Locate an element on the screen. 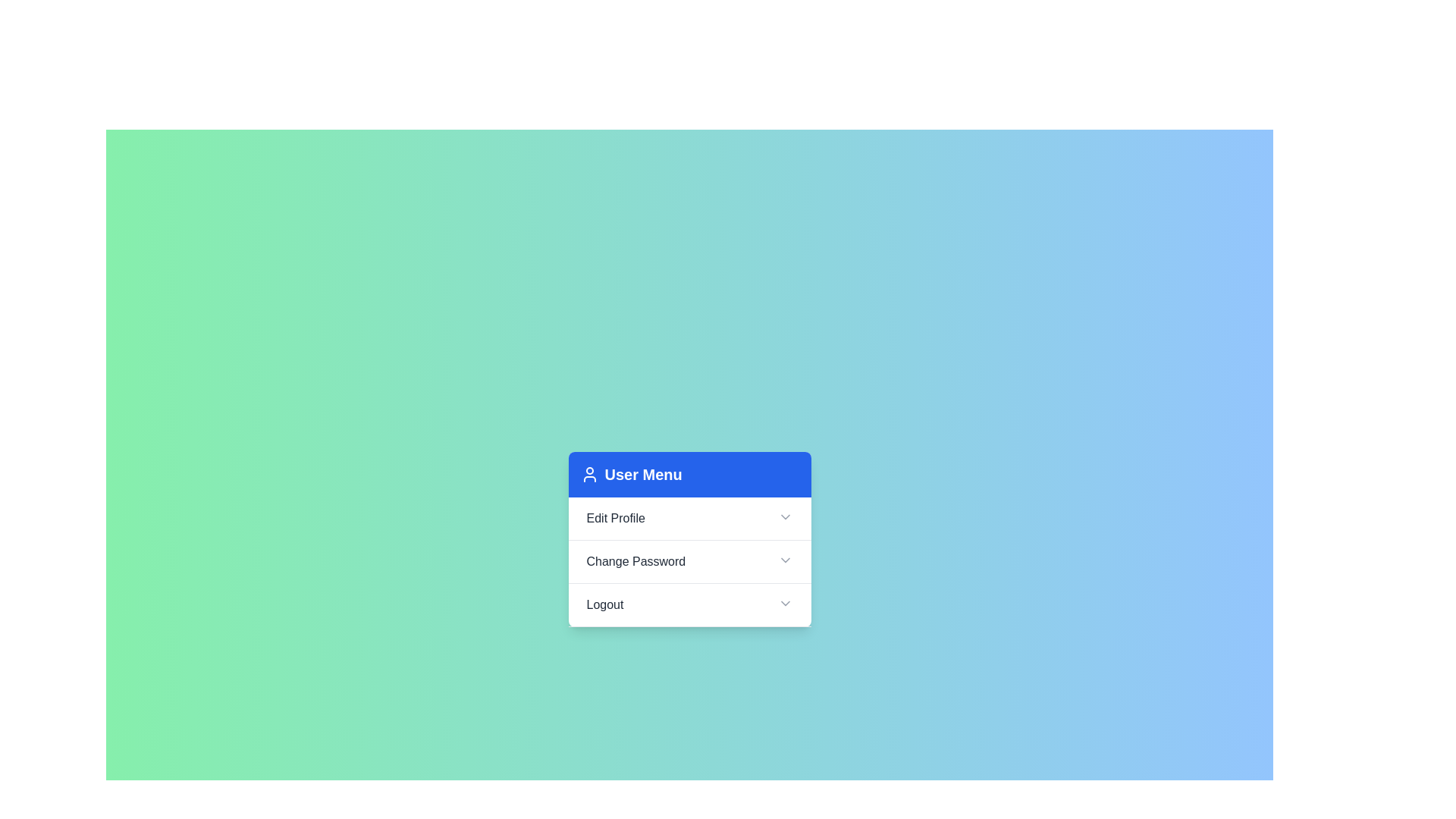 The width and height of the screenshot is (1456, 819). the header Edit Profile to trigger its action is located at coordinates (689, 517).